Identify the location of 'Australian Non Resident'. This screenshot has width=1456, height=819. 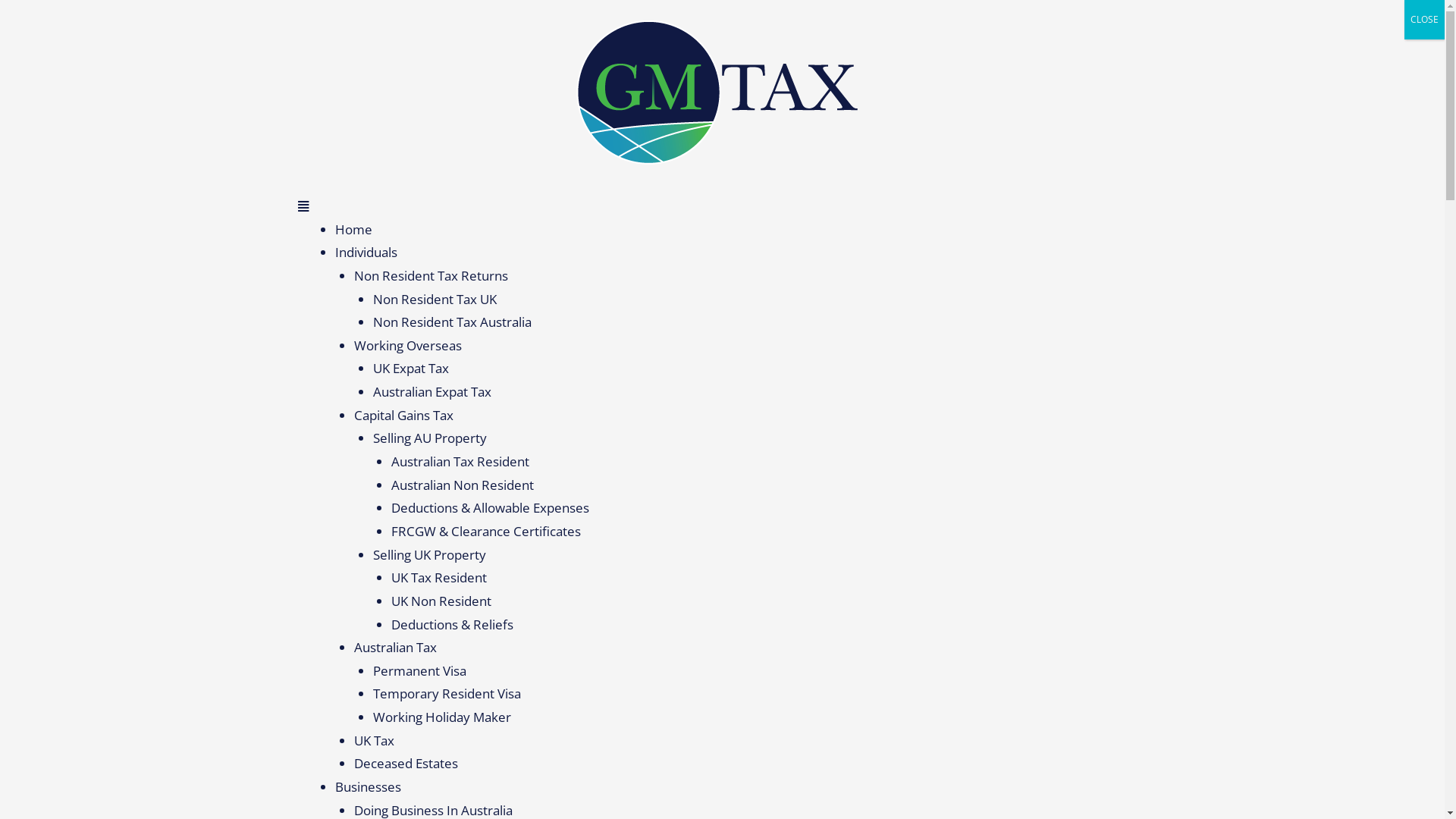
(461, 485).